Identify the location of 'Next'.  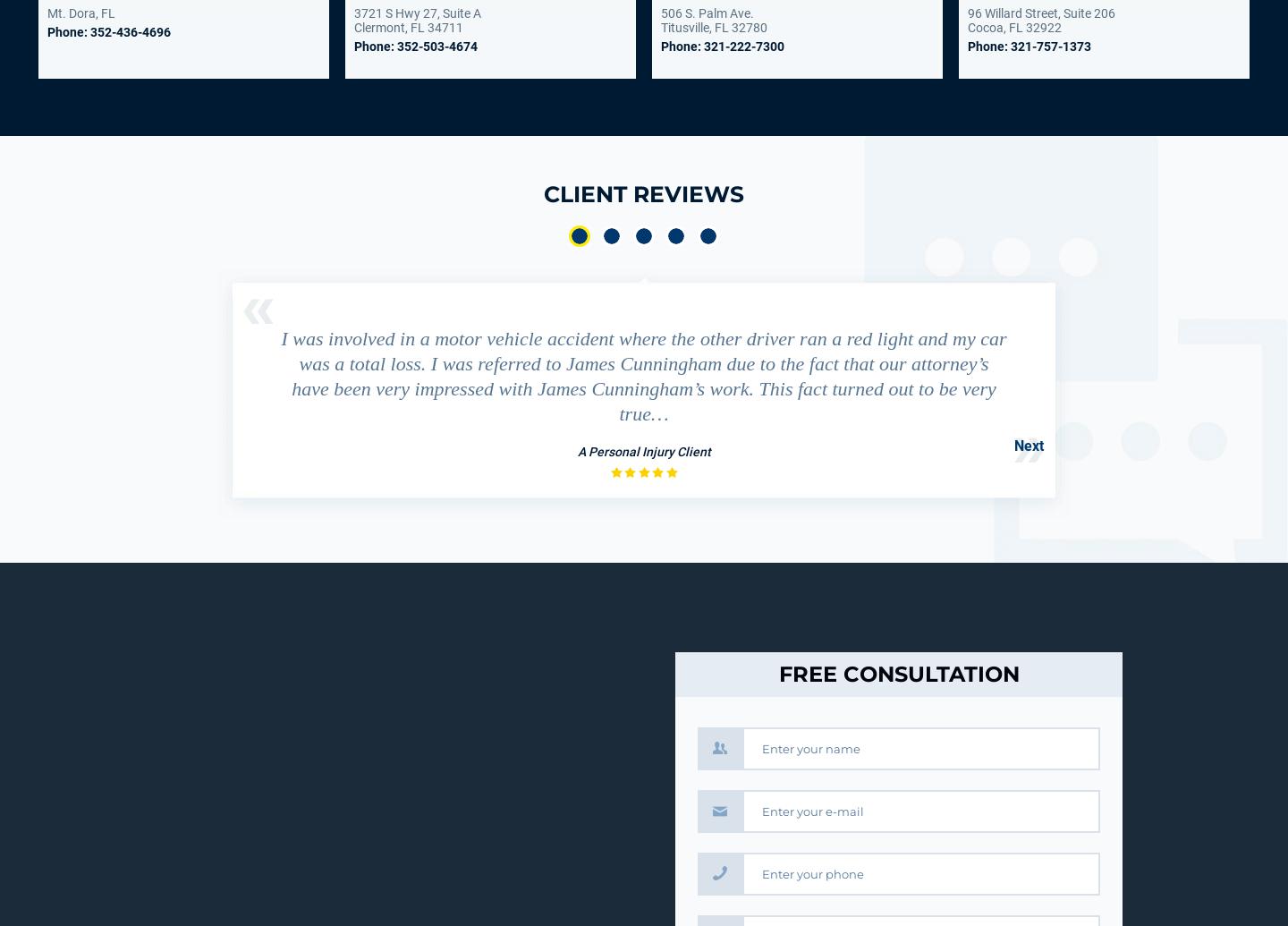
(1029, 446).